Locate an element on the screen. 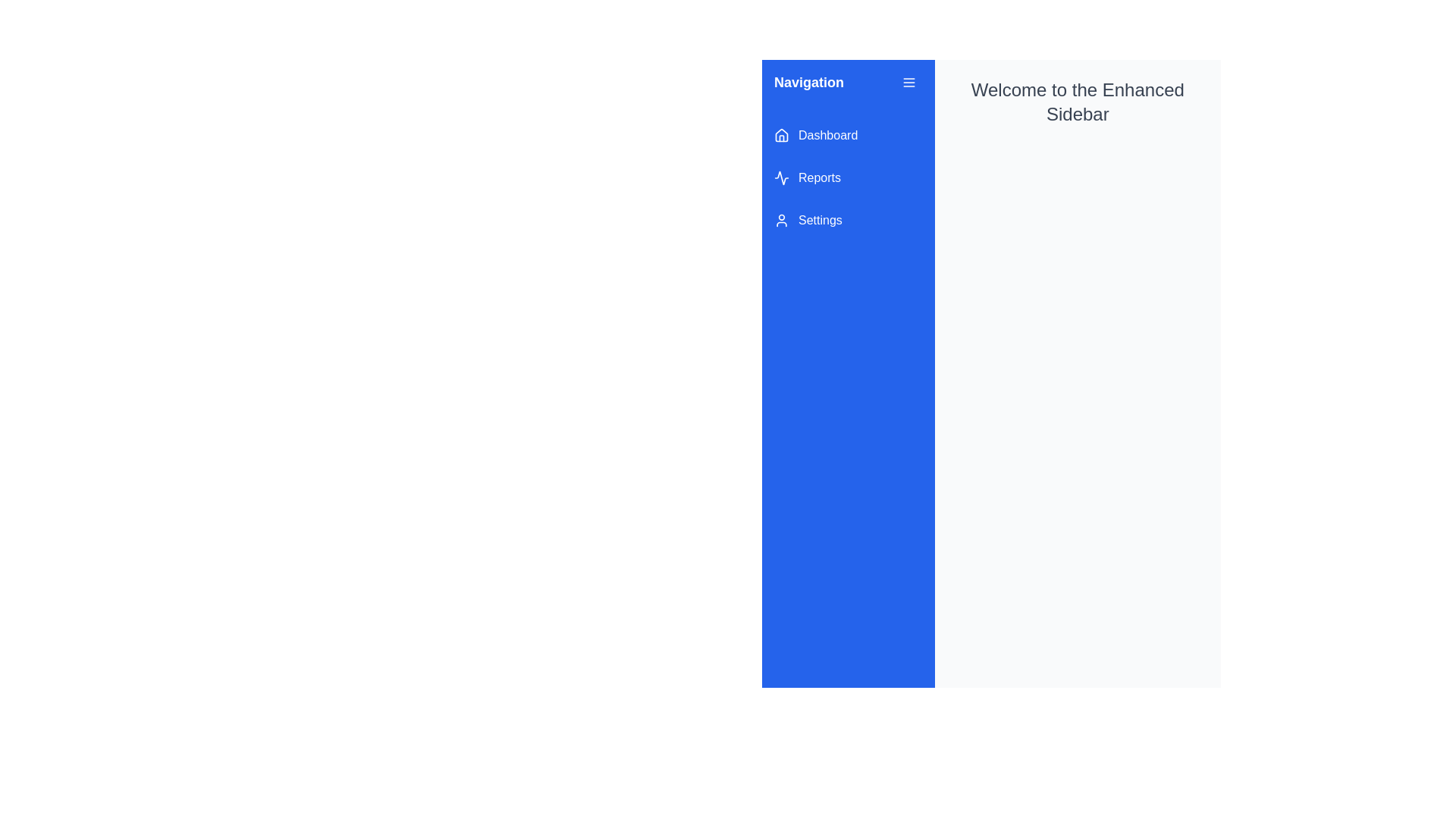 This screenshot has width=1456, height=819. 'Settings' text label in the navigation menu, which is the third label following 'Dashboard' and 'Reports' is located at coordinates (819, 220).